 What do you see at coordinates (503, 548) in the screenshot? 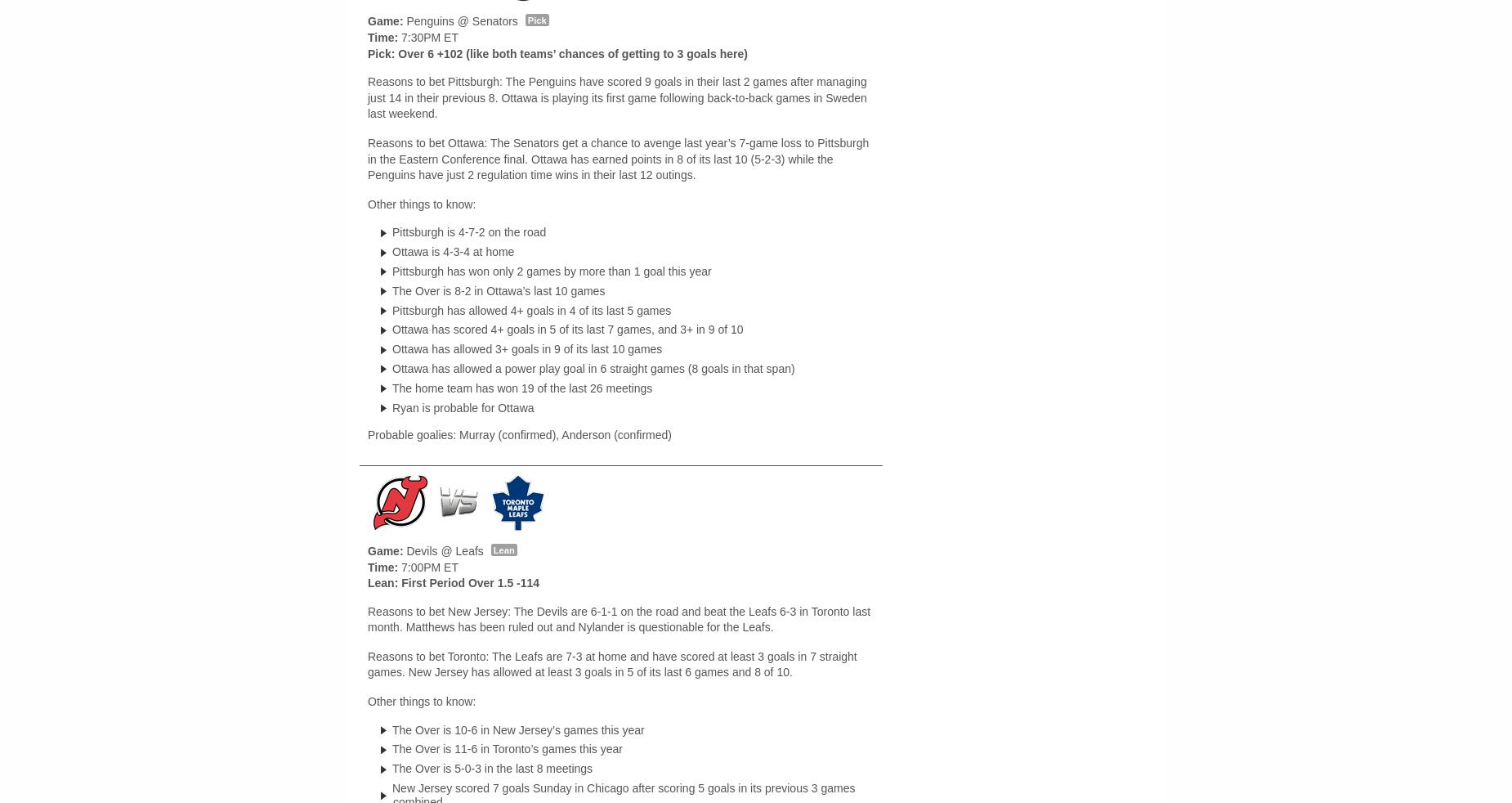
I see `'Lean'` at bounding box center [503, 548].